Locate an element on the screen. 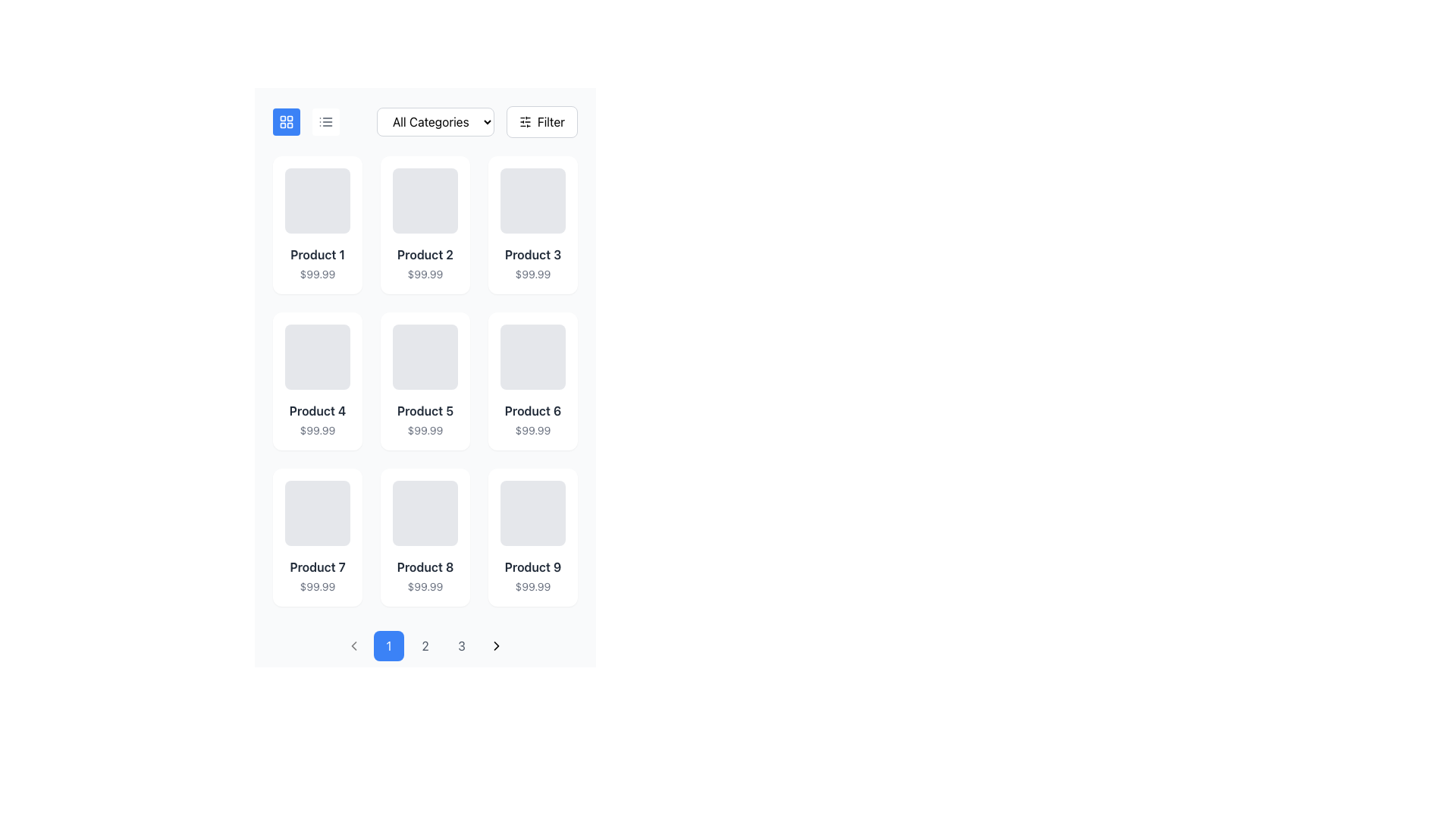 This screenshot has width=1456, height=819. the second pagination button located at the center of the pagination bar is located at coordinates (425, 646).